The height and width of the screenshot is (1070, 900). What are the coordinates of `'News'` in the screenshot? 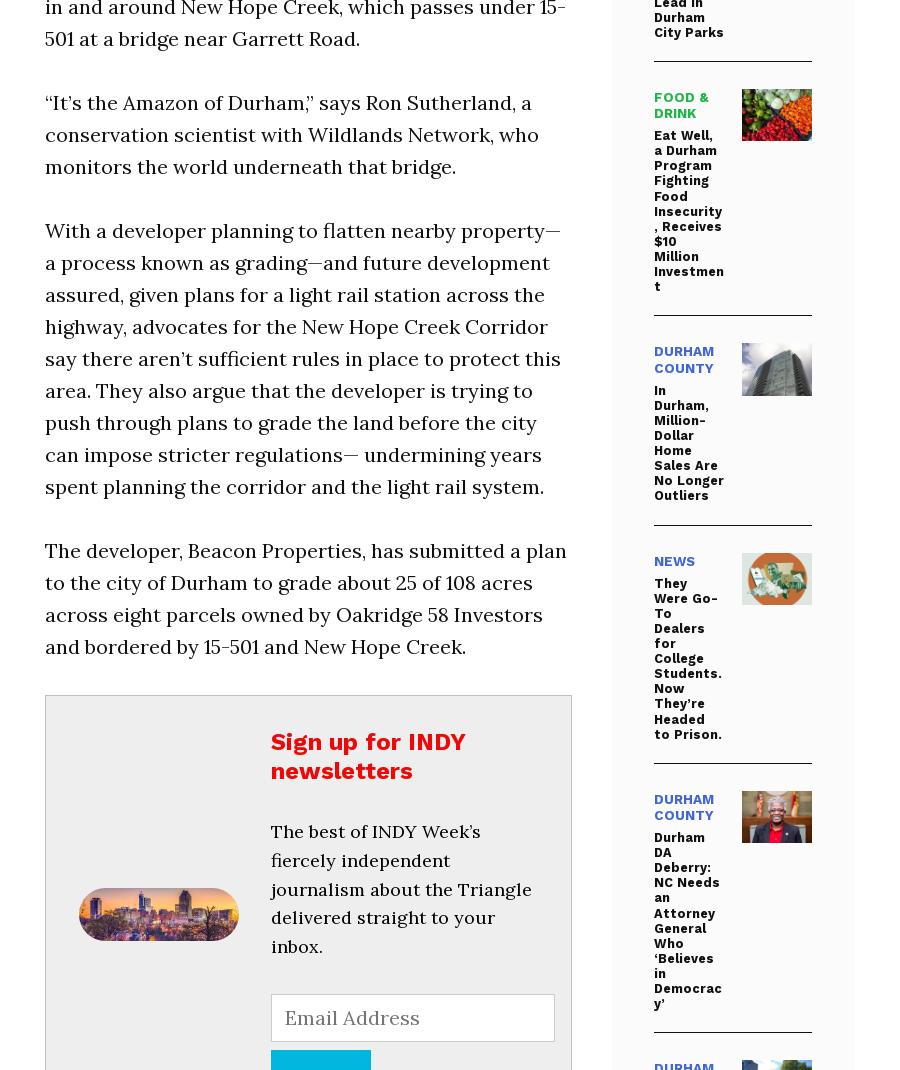 It's located at (674, 559).